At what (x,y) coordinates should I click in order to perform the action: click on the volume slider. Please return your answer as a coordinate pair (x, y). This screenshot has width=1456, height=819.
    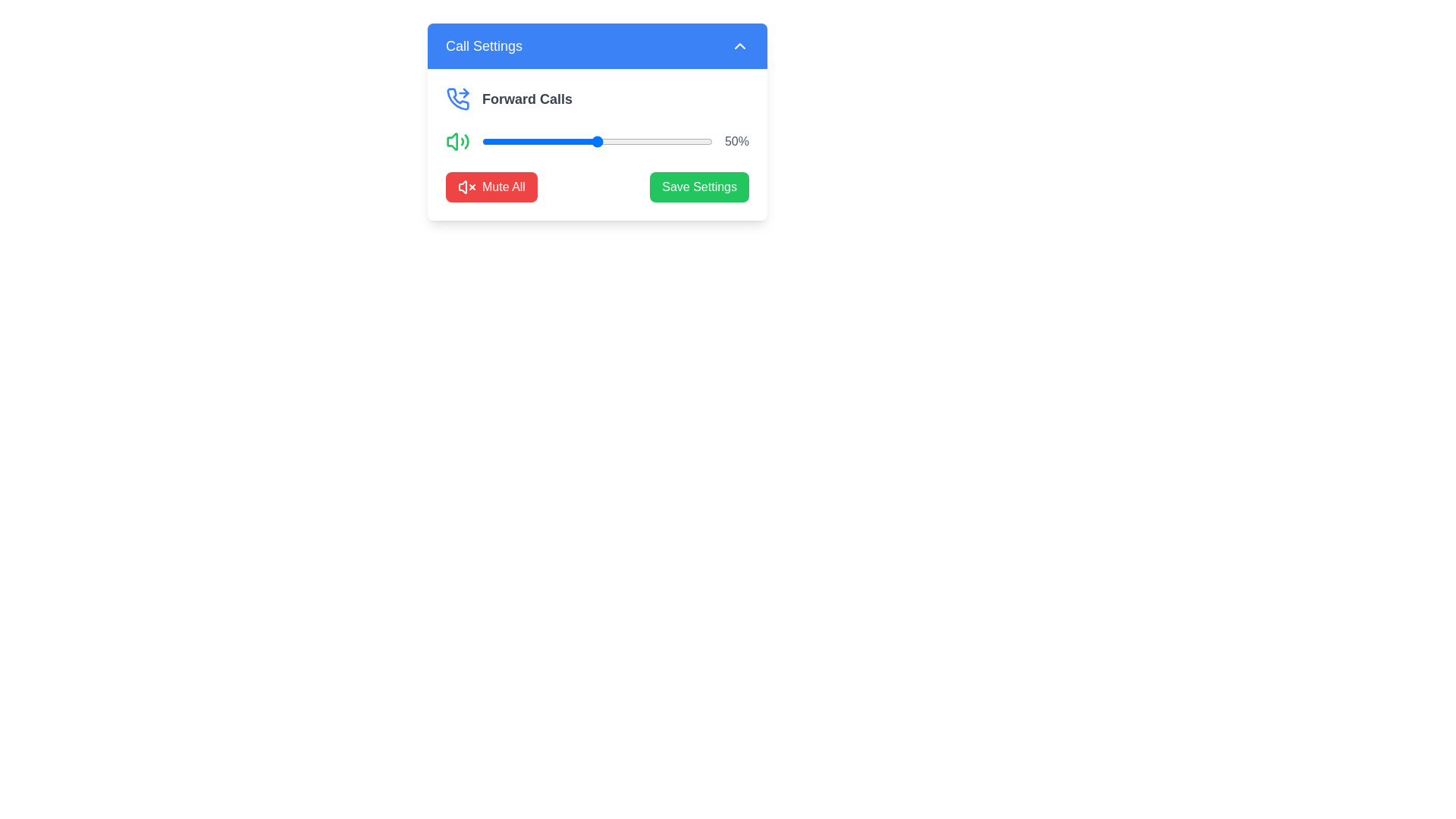
    Looking at the image, I should click on (664, 141).